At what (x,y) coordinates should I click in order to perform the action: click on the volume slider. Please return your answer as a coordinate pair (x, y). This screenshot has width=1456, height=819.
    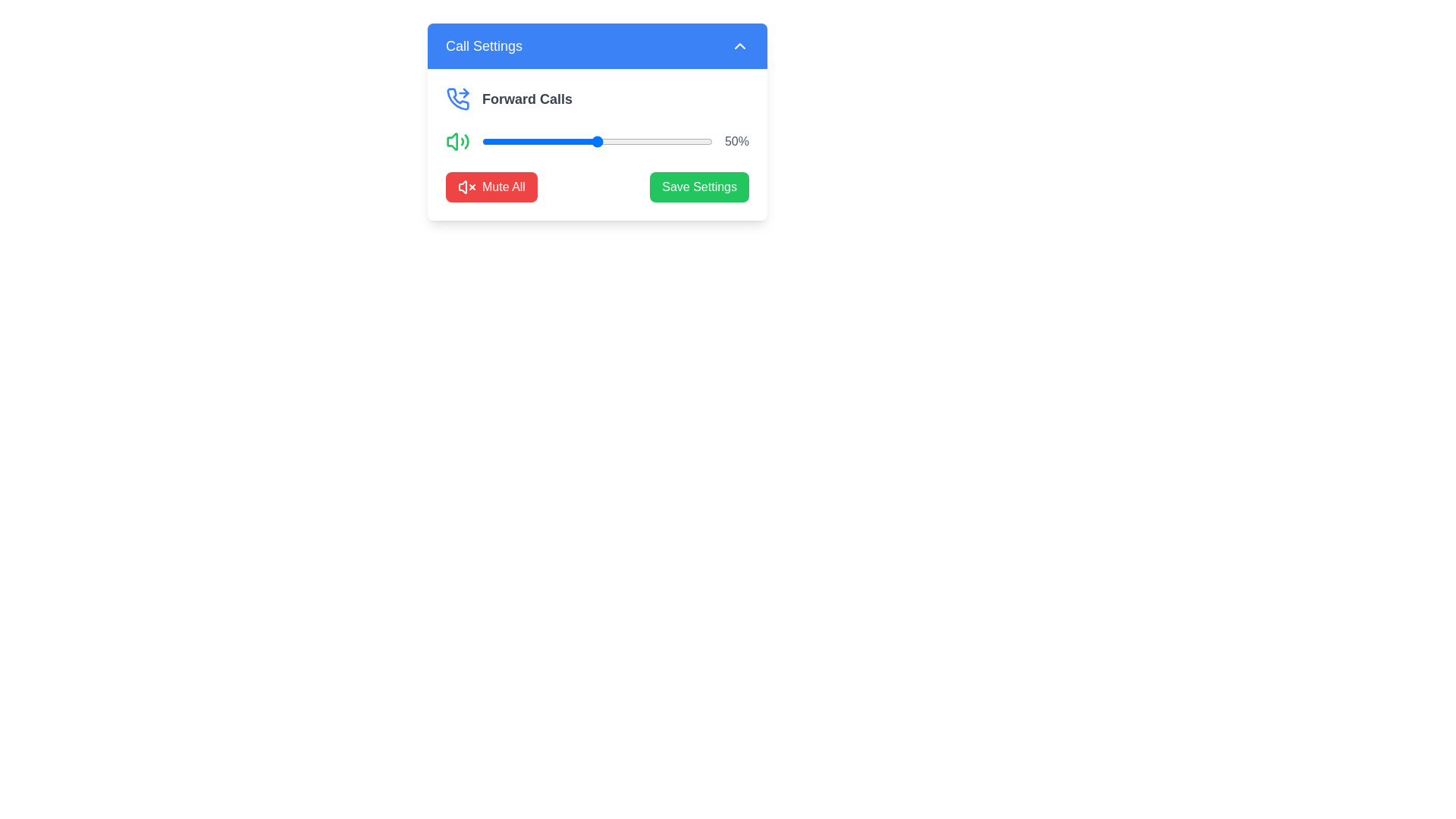
    Looking at the image, I should click on (664, 141).